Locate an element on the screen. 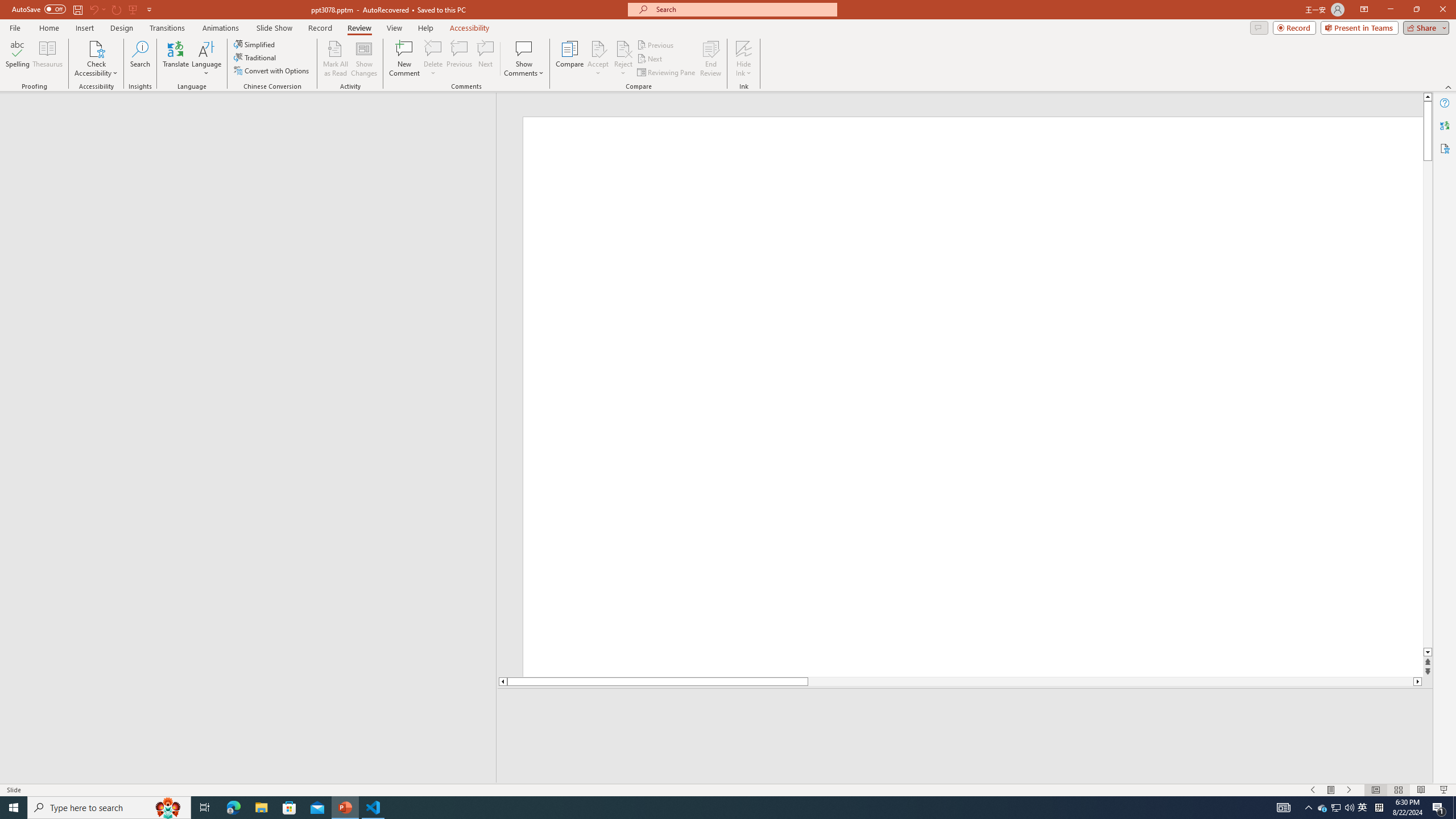 This screenshot has width=1456, height=819. 'Outline' is located at coordinates (253, 115).